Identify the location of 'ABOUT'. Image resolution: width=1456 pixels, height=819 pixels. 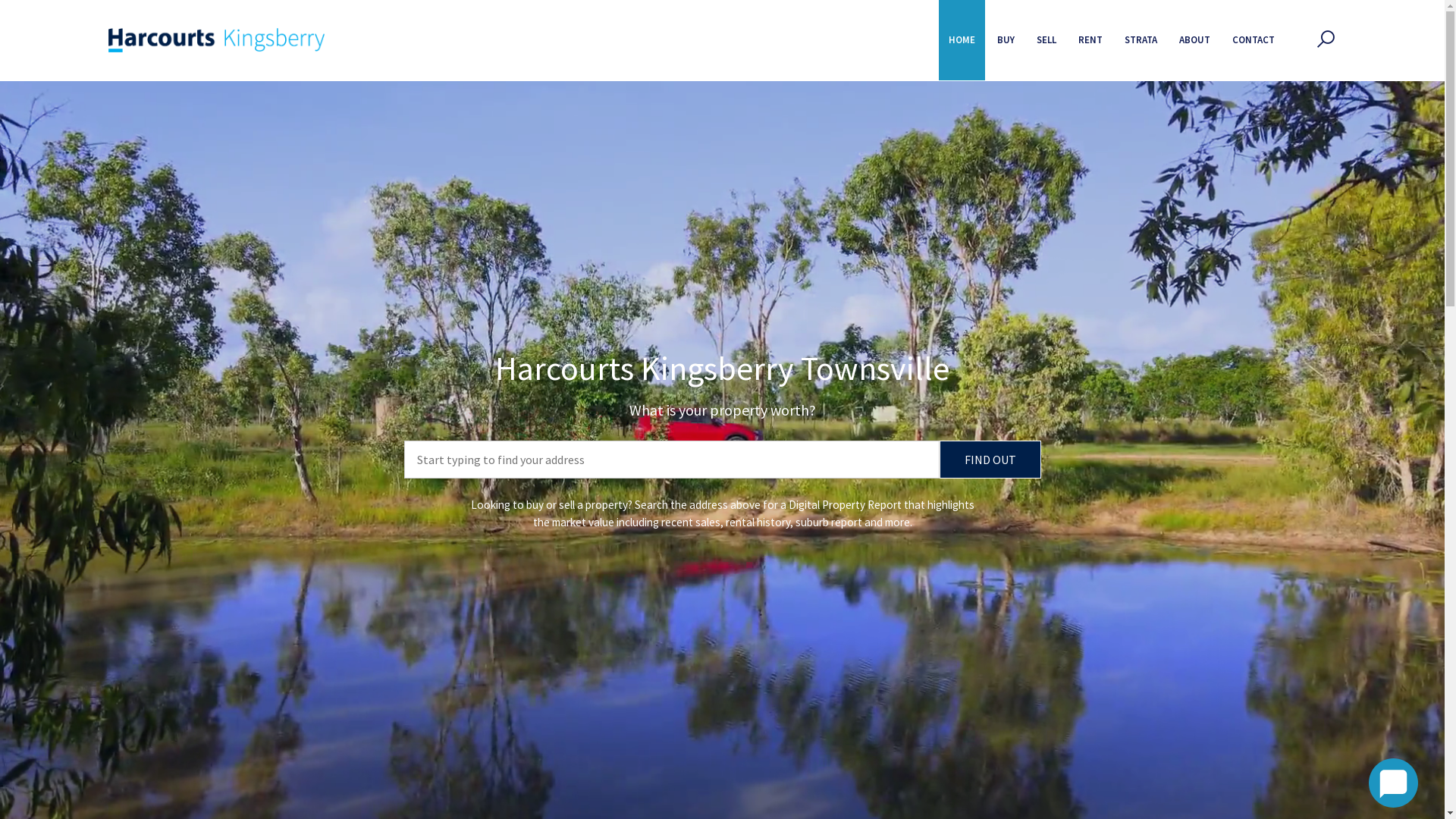
(1194, 39).